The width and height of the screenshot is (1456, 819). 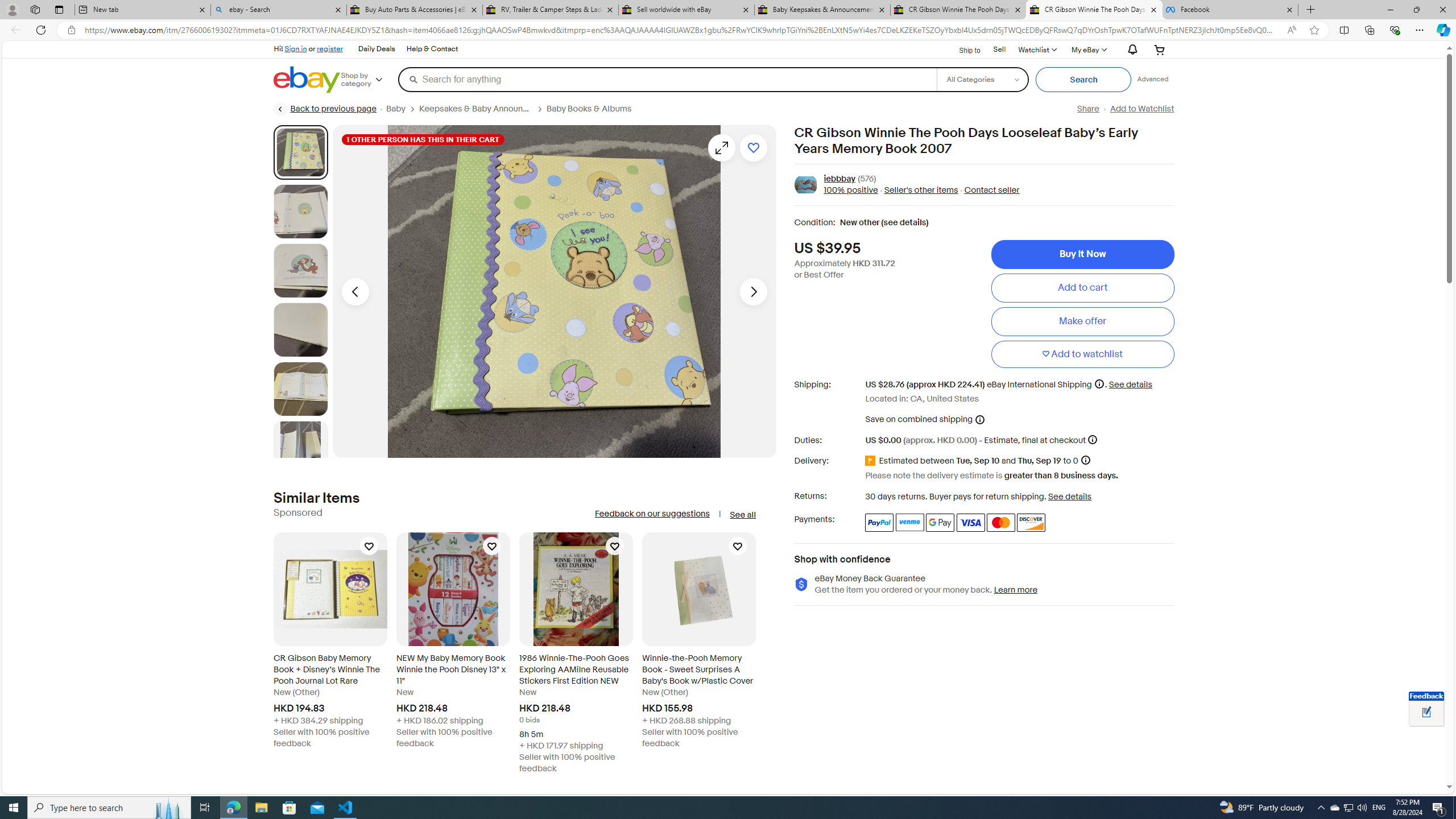 I want to click on 'Facebook', so click(x=1230, y=9).